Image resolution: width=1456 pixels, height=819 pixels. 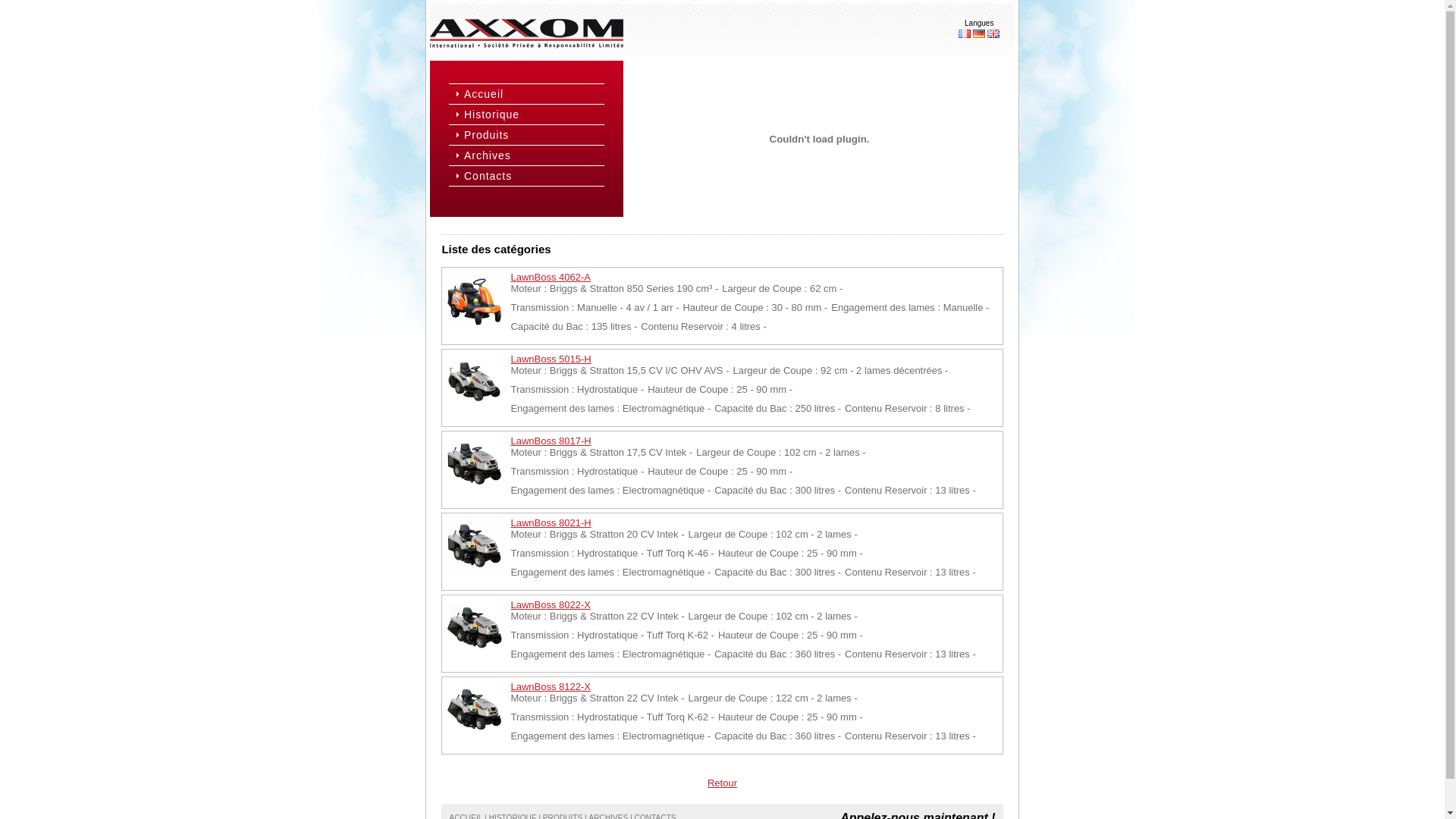 I want to click on 'Produits', so click(x=532, y=133).